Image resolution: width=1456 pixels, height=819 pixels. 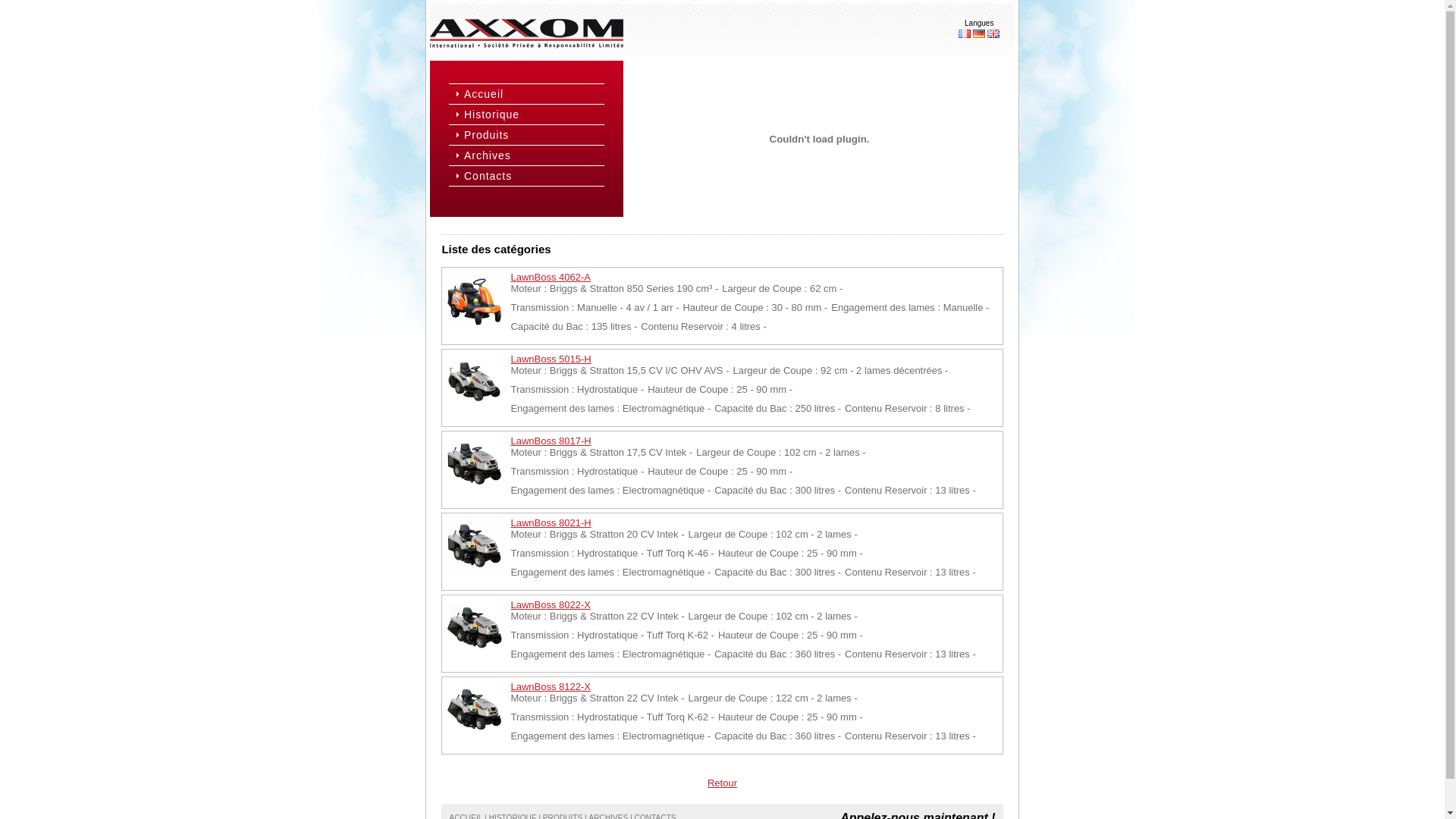 I want to click on 'Produits', so click(x=532, y=133).